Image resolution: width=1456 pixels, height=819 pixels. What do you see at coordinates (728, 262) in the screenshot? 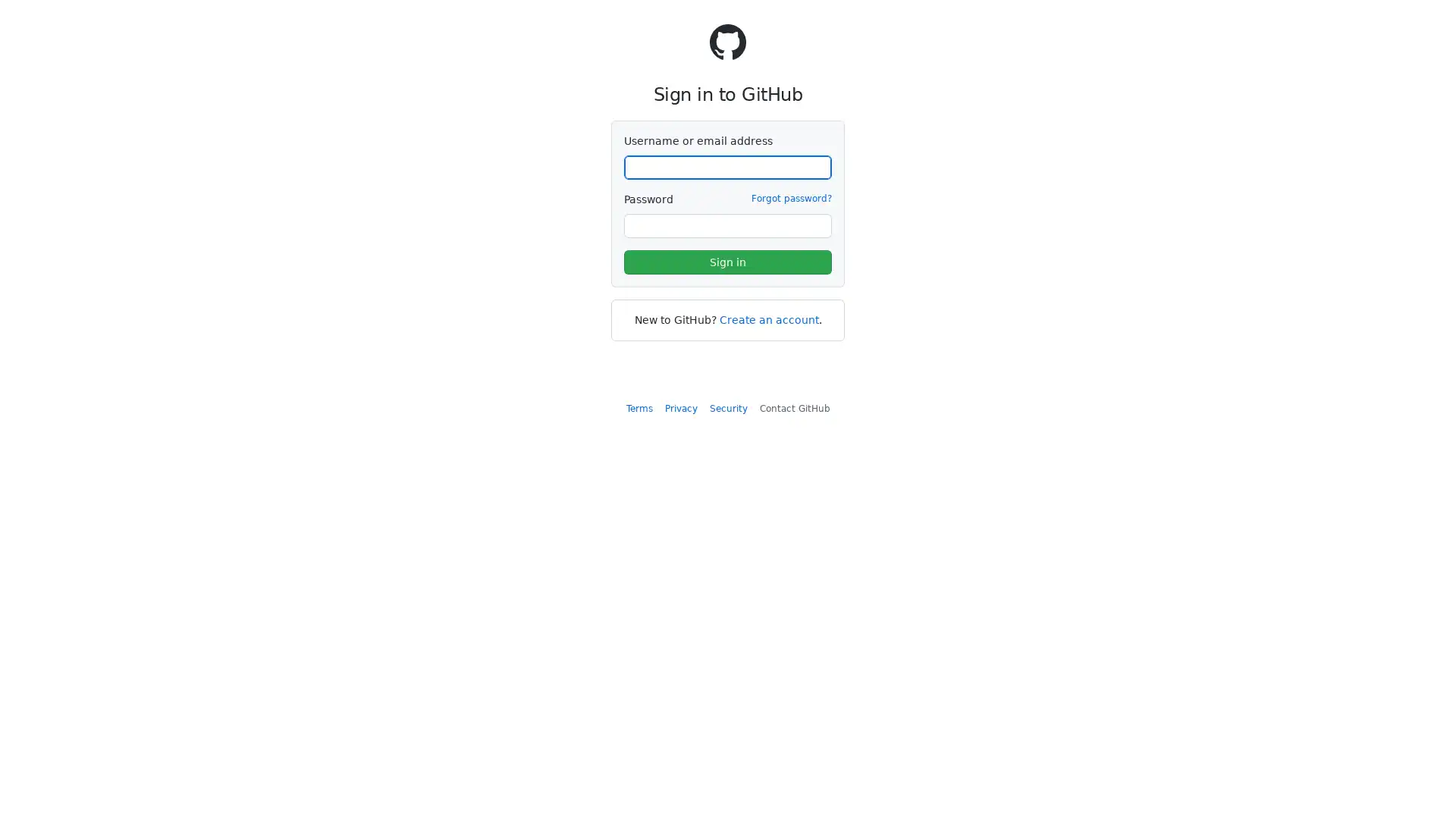
I see `Sign in` at bounding box center [728, 262].